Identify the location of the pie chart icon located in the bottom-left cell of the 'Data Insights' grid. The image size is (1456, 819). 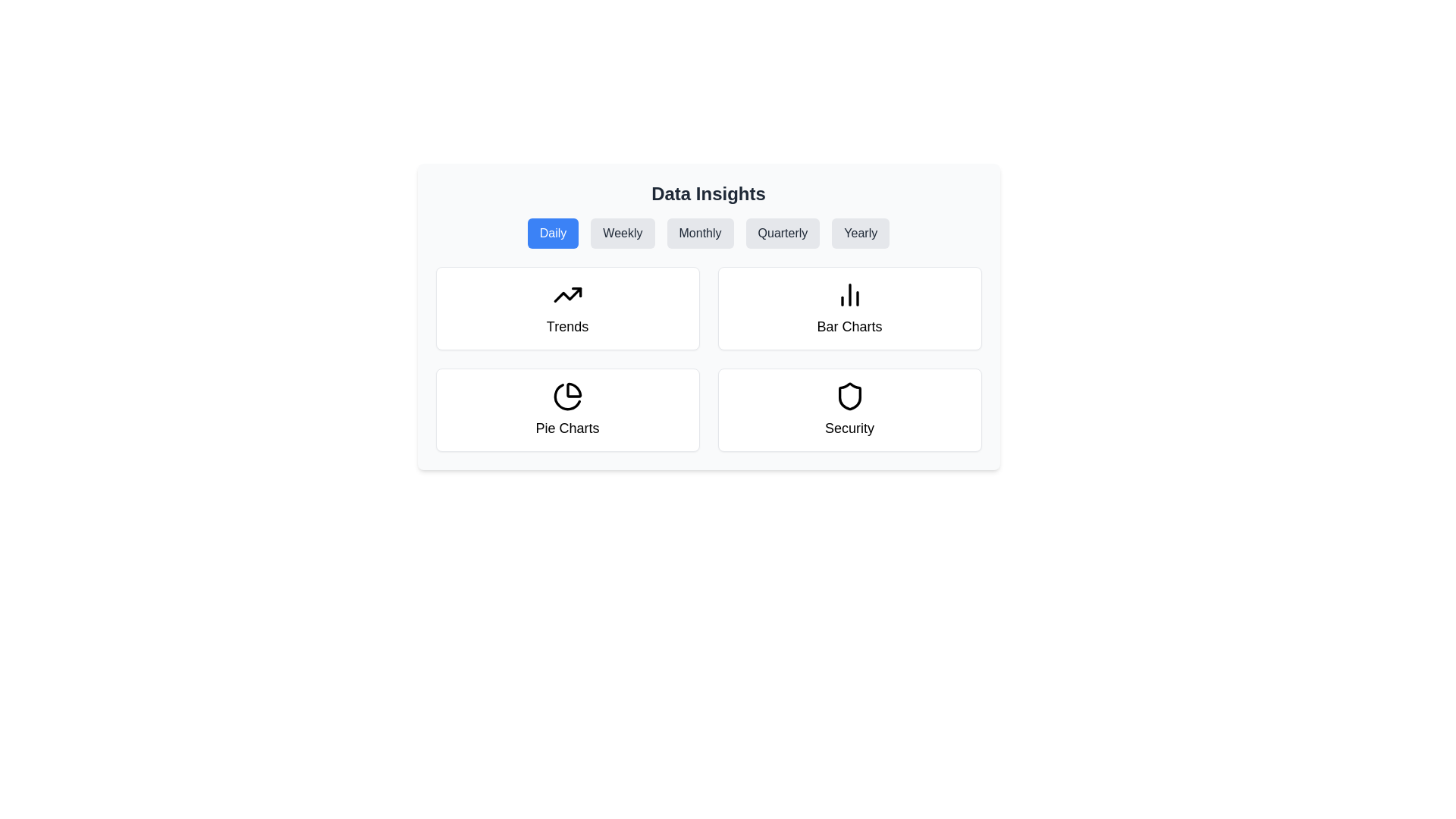
(566, 396).